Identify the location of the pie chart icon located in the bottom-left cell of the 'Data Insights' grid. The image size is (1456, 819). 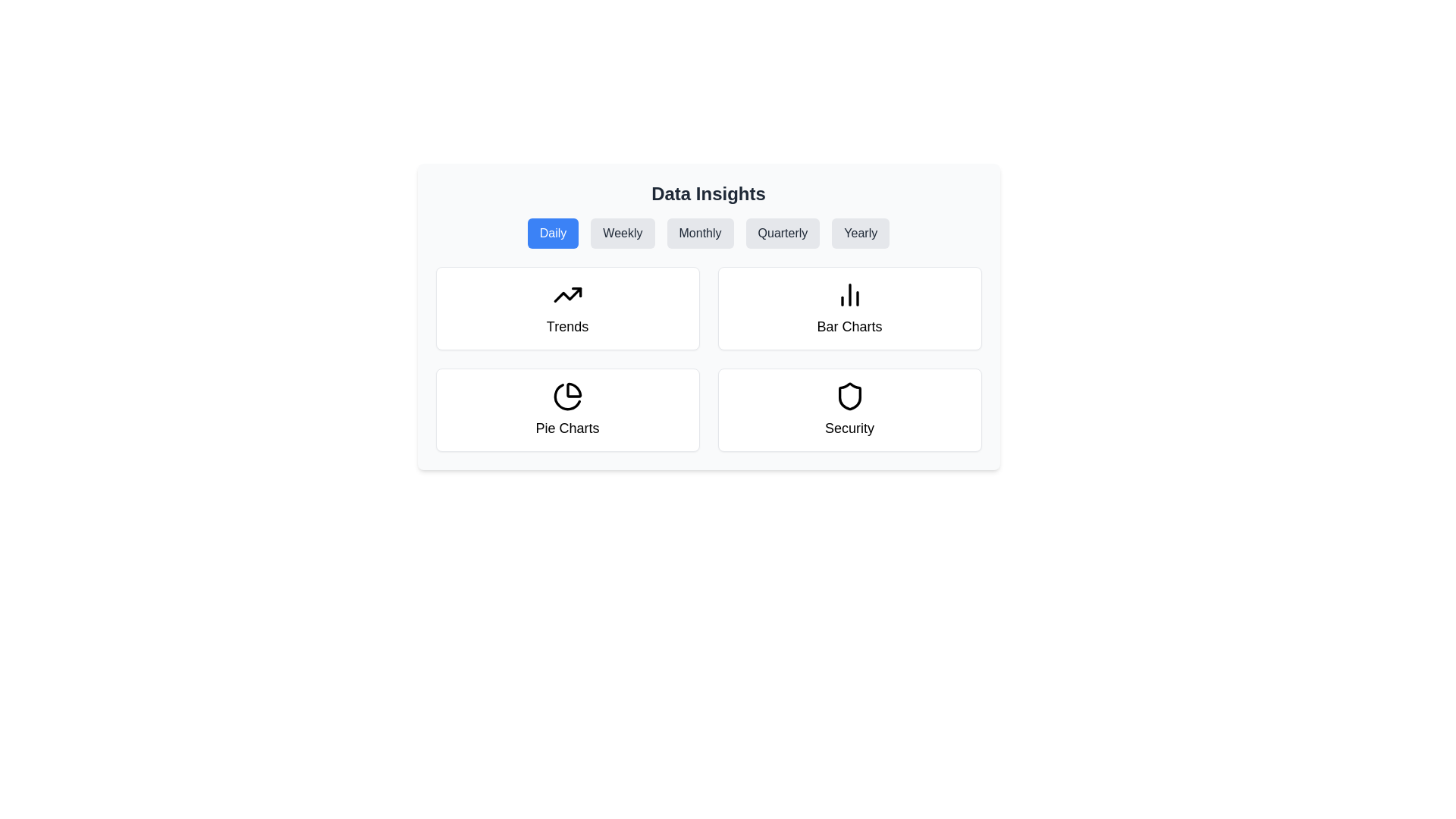
(566, 396).